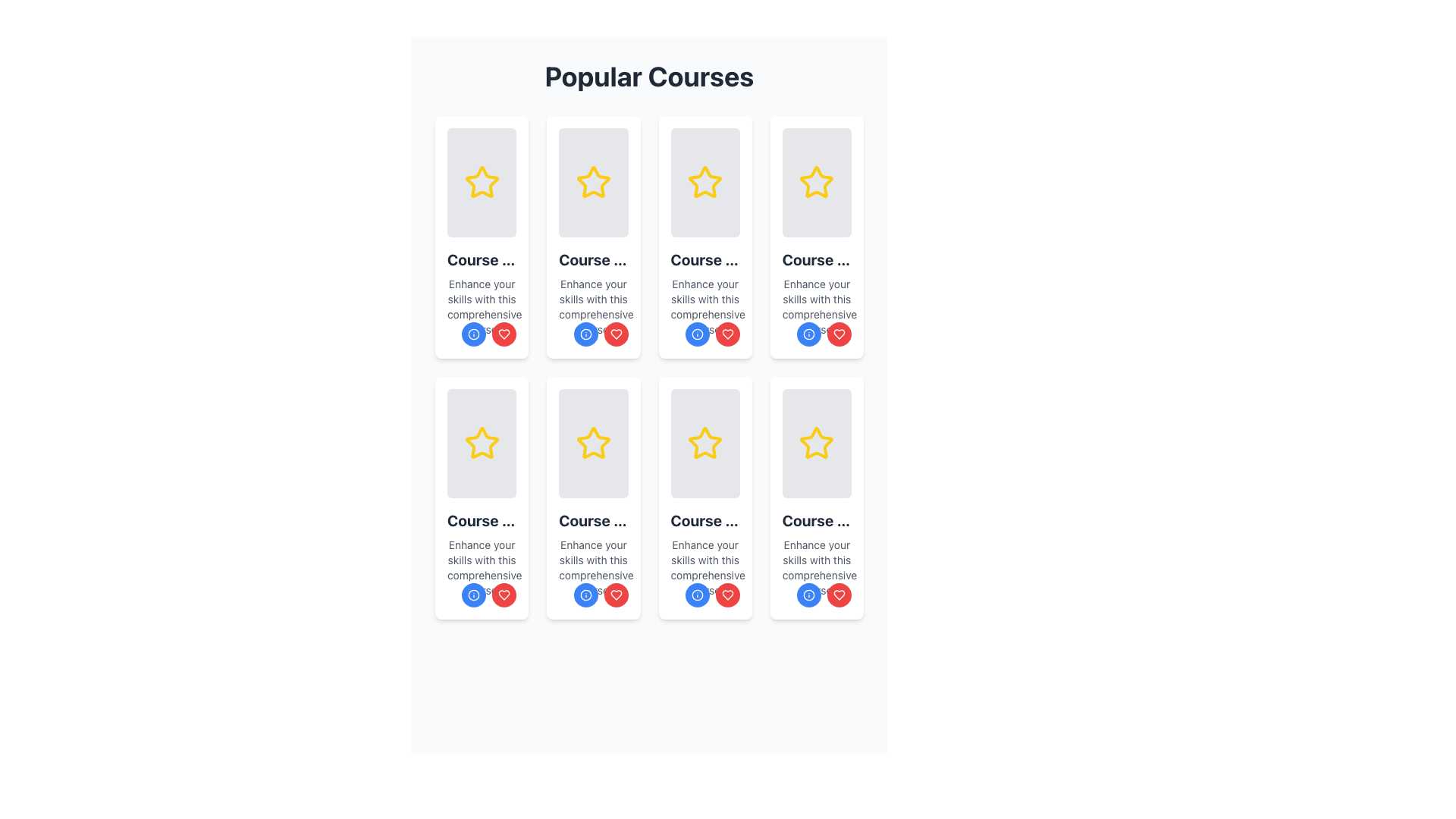 The width and height of the screenshot is (1456, 819). What do you see at coordinates (696, 595) in the screenshot?
I see `the information icon button located in the bottom-left corner of the card in the second row and second column of the grid layout` at bounding box center [696, 595].